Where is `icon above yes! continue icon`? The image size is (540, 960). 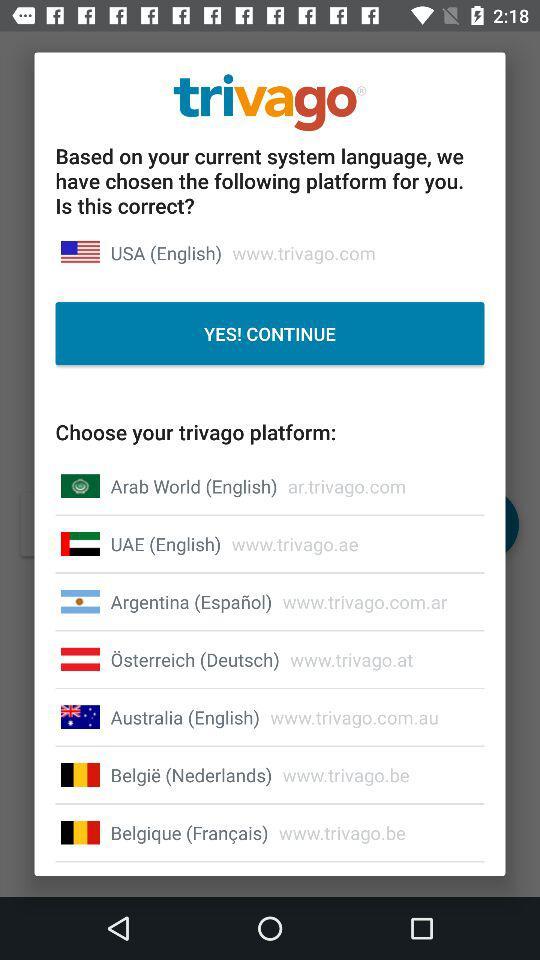
icon above yes! continue icon is located at coordinates (165, 252).